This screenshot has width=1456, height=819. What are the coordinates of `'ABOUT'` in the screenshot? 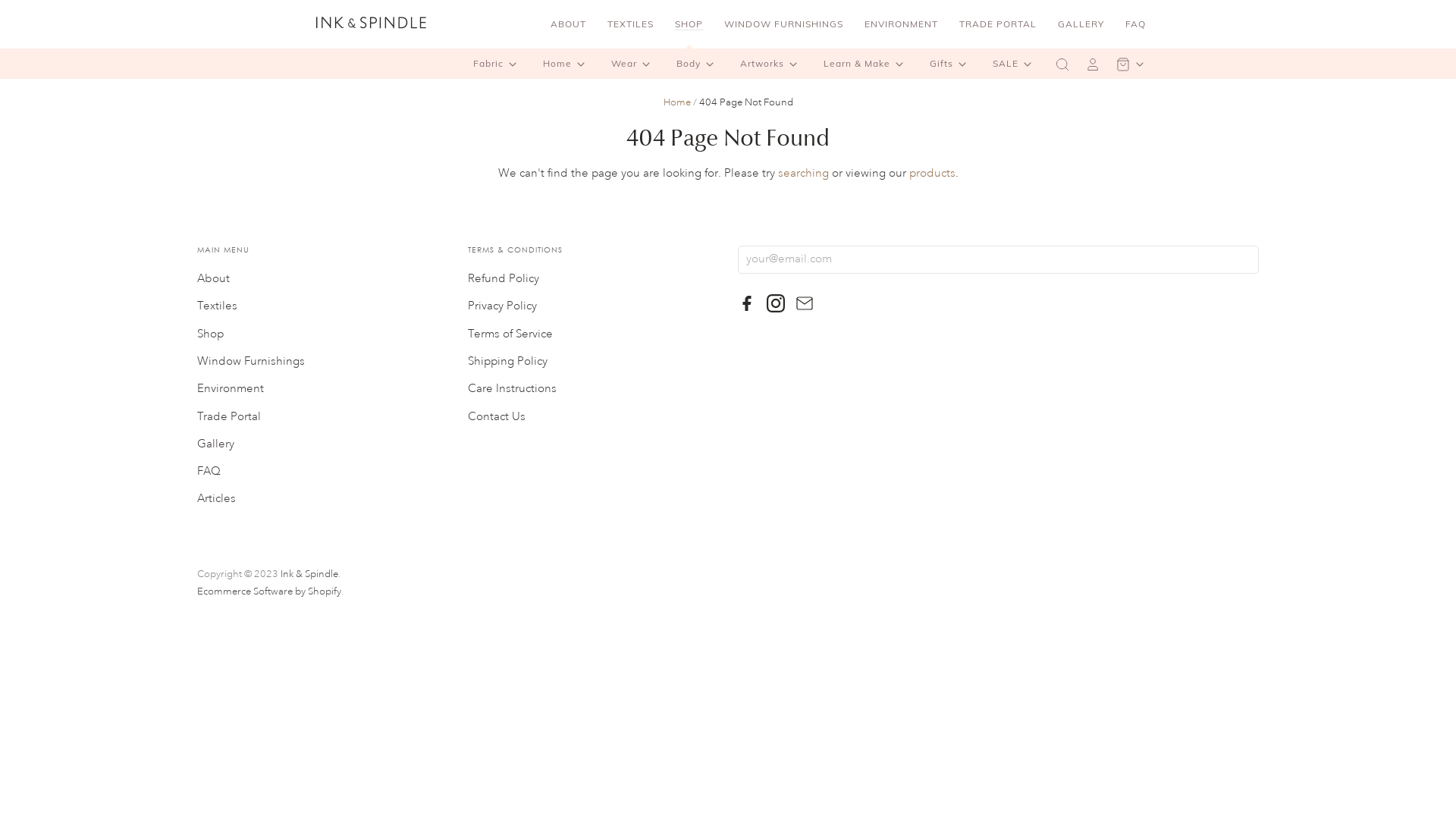 It's located at (541, 24).